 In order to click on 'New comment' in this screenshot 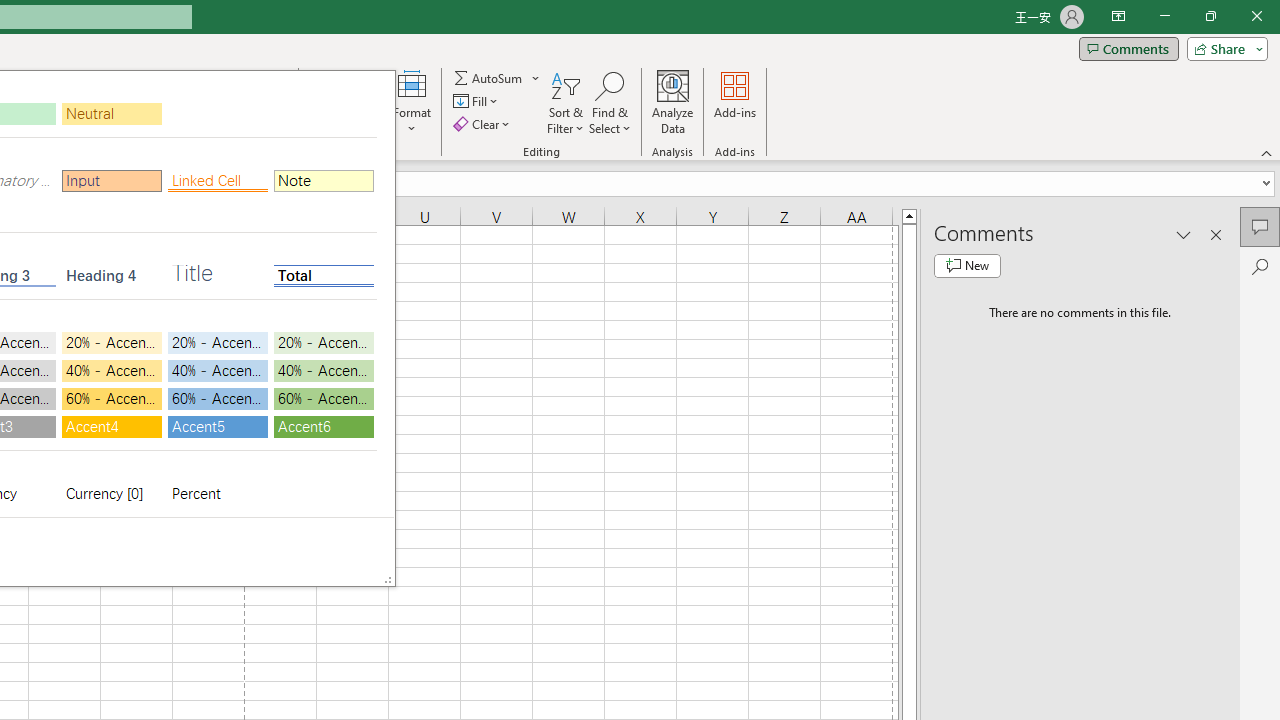, I will do `click(967, 265)`.